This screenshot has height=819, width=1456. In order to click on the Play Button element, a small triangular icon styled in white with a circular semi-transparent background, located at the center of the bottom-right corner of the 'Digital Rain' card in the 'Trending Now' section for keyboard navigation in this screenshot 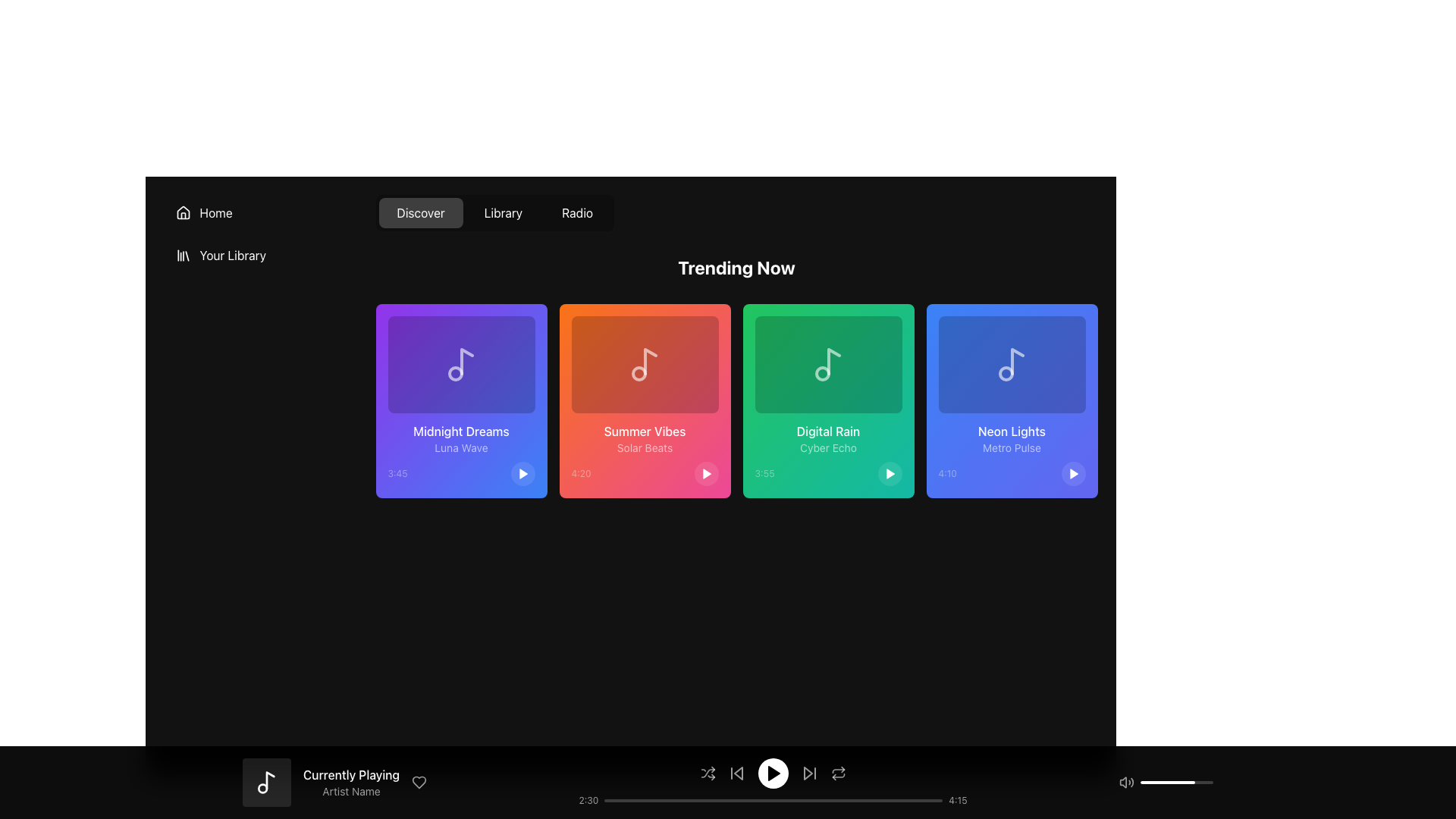, I will do `click(890, 472)`.